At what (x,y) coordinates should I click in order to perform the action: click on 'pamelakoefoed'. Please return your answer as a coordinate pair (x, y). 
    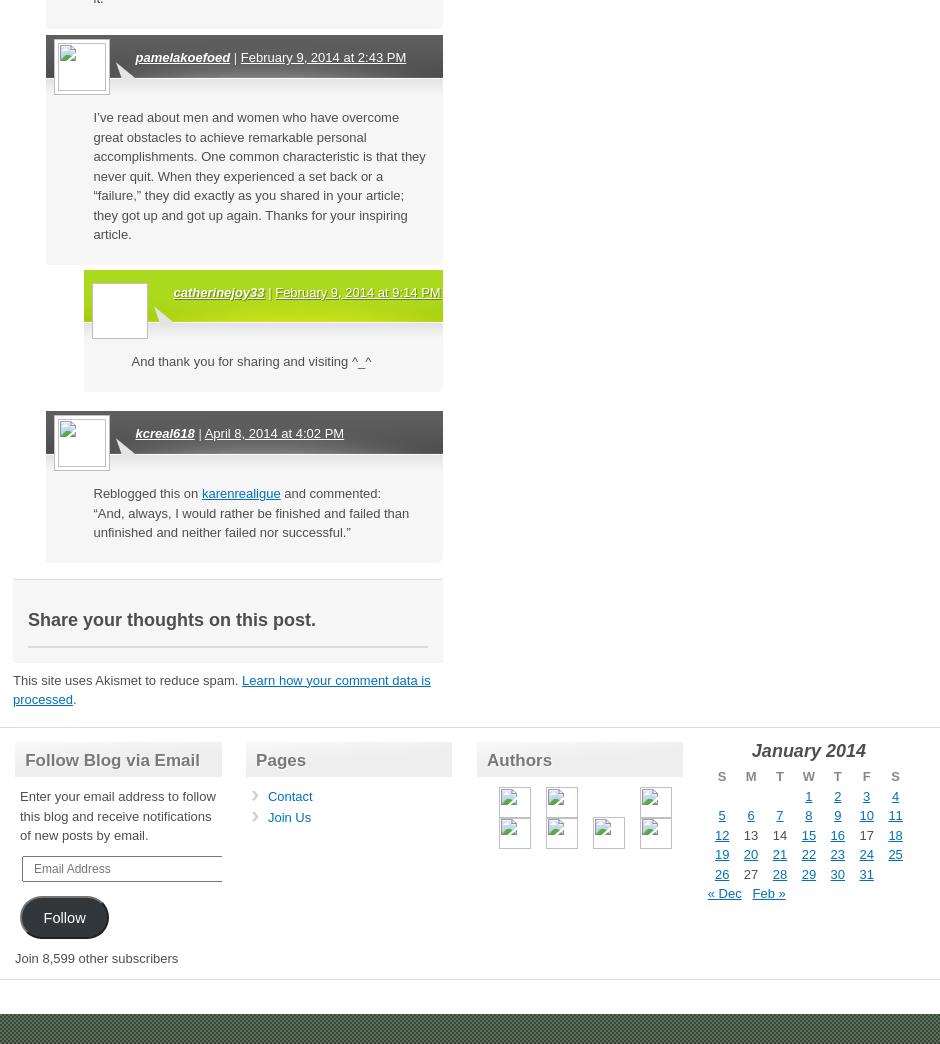
    Looking at the image, I should click on (182, 56).